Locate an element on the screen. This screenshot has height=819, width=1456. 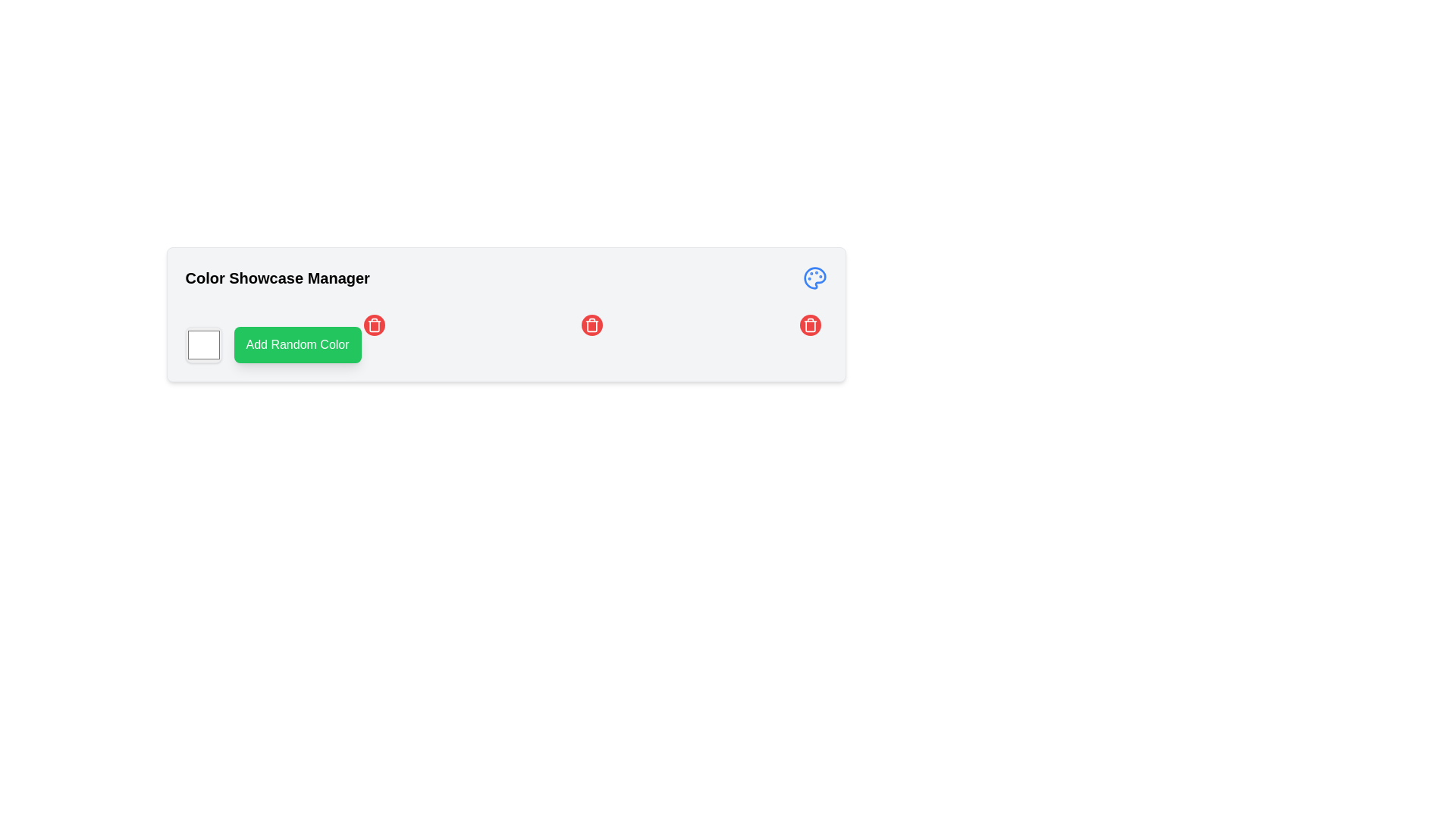
the trash bin icon button with a red circular background is located at coordinates (374, 324).